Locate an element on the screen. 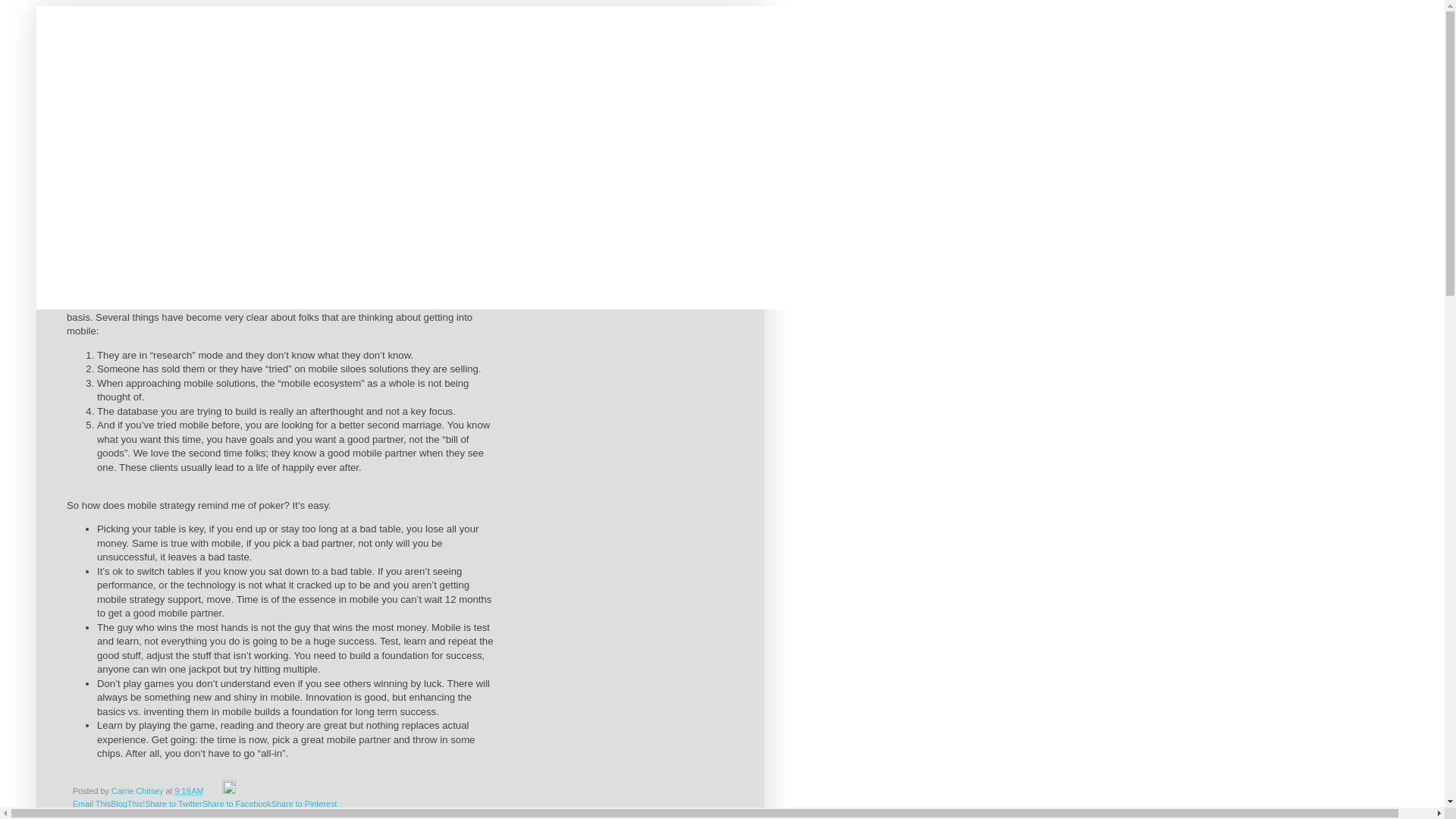 Image resolution: width=1456 pixels, height=819 pixels. 'Email This' is located at coordinates (90, 803).